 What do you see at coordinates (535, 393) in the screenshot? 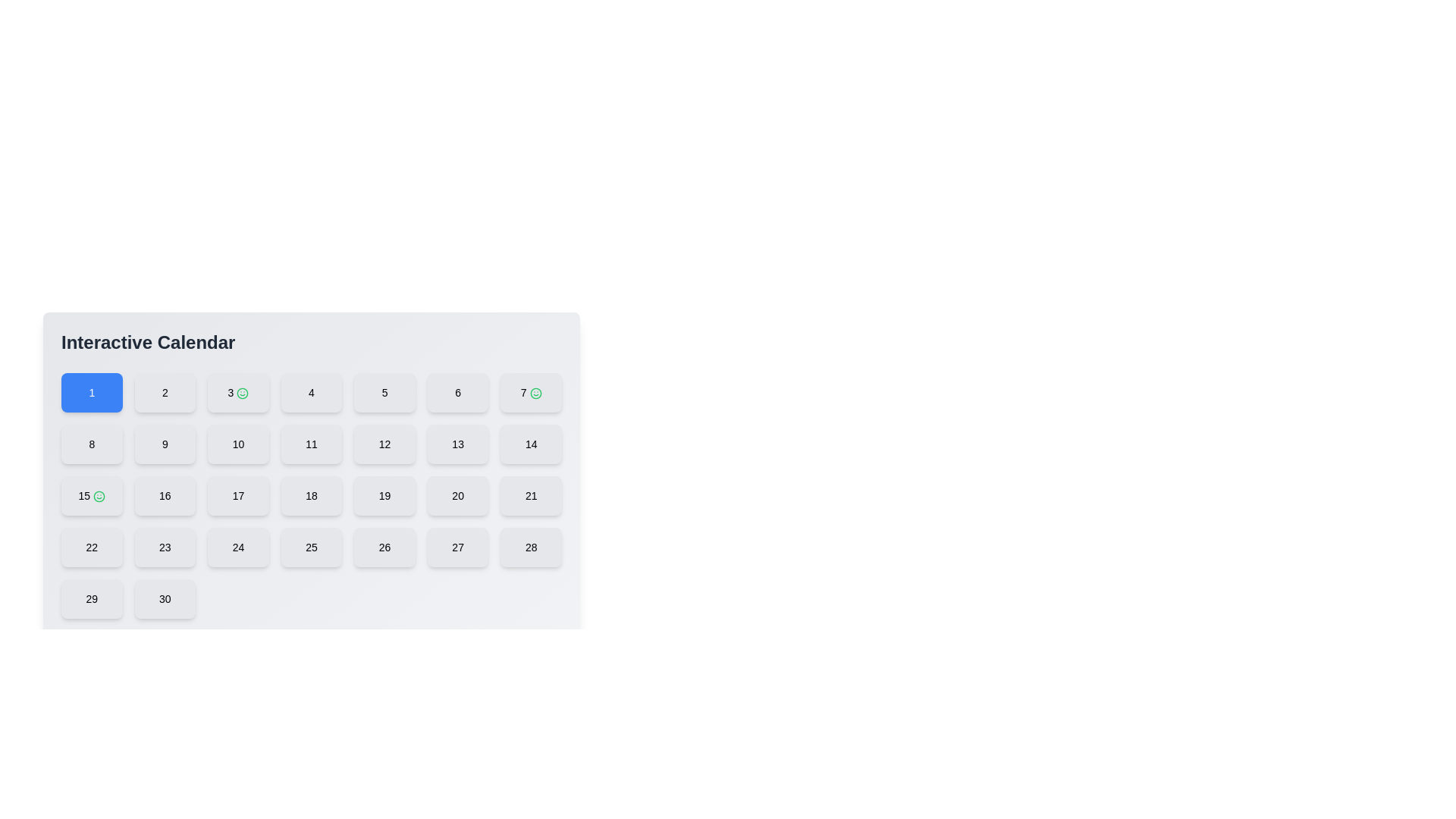
I see `the SVG icon indicating a positive status located in the top-right corner of the calendar cell associated with the number '7'` at bounding box center [535, 393].